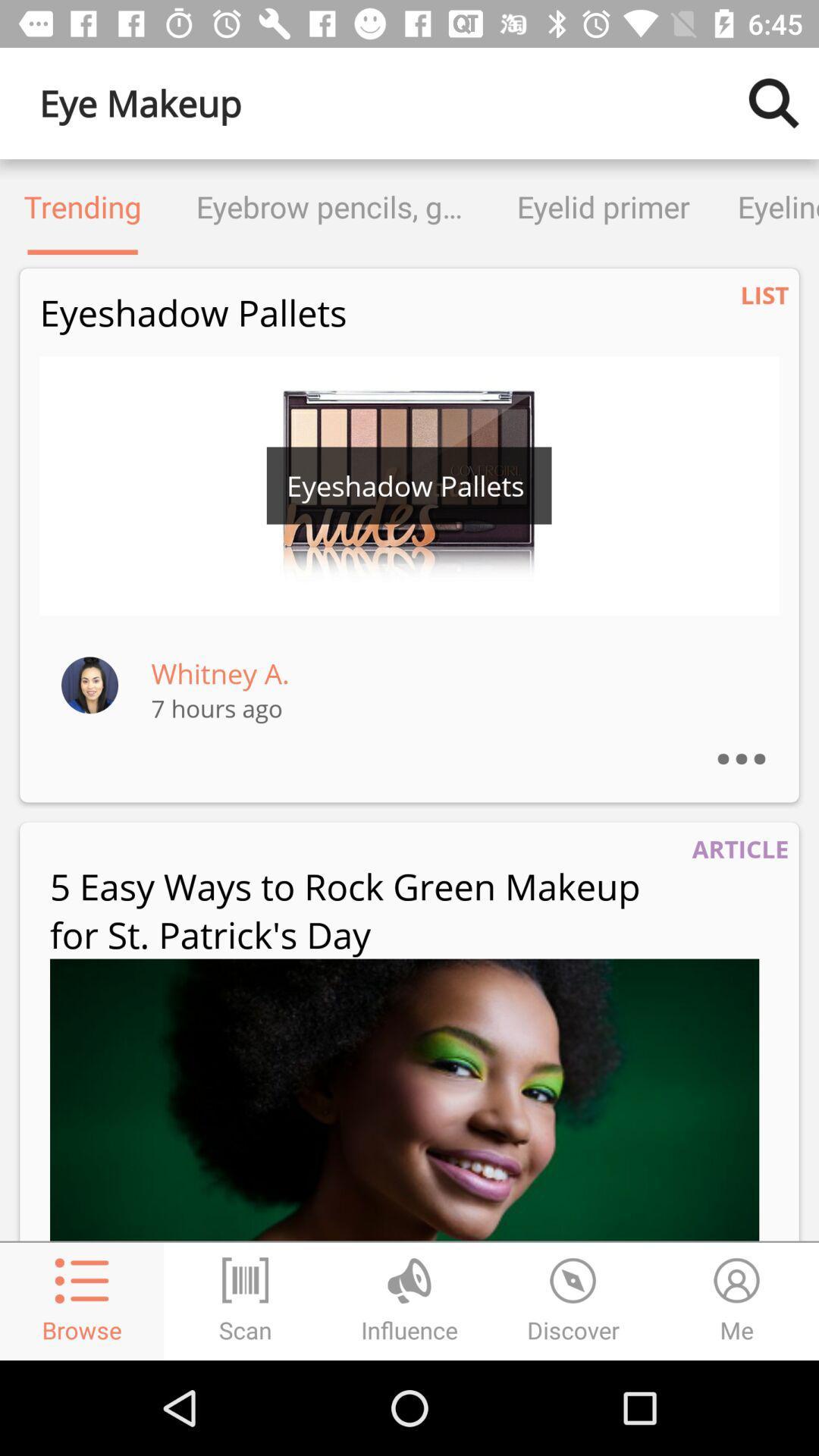 This screenshot has height=1456, width=819. Describe the element at coordinates (328, 206) in the screenshot. I see `the eyebrow pencils gels item` at that location.